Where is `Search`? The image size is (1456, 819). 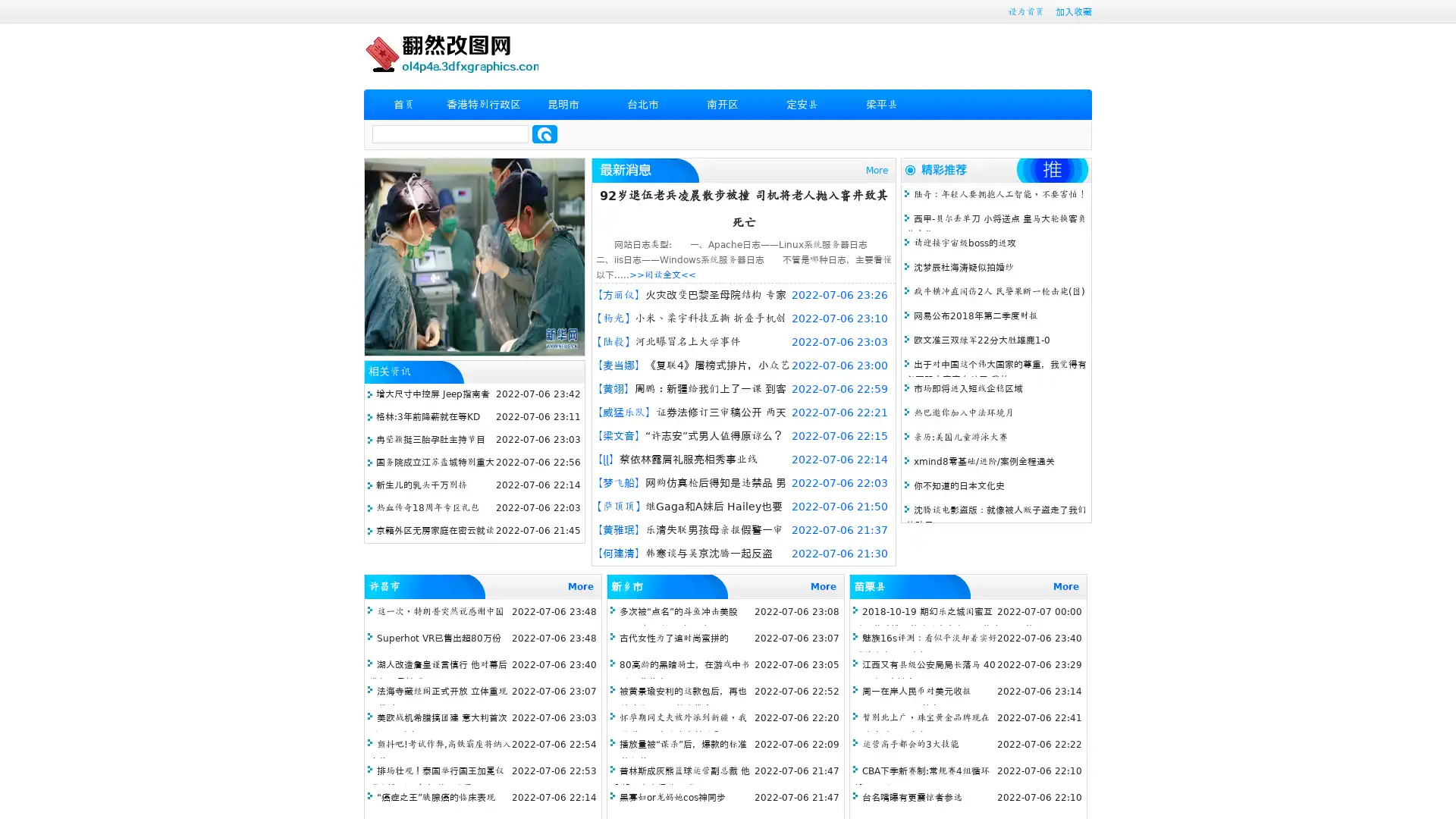
Search is located at coordinates (544, 133).